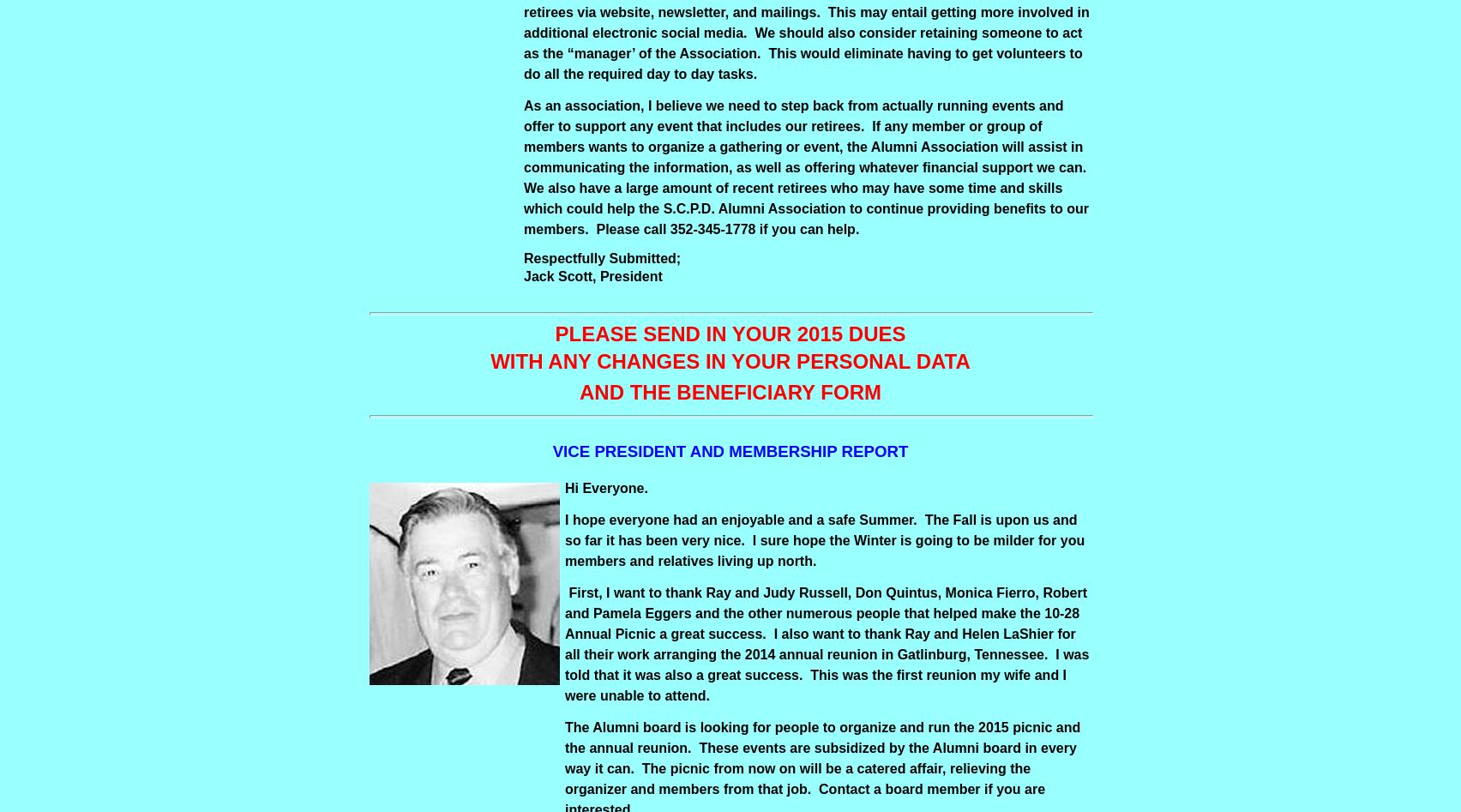  What do you see at coordinates (827, 665) in the screenshot?
I see `'annual reunion in Gatlinburg, Tennessee.  I was told that it was also a great success.  This was the first'` at bounding box center [827, 665].